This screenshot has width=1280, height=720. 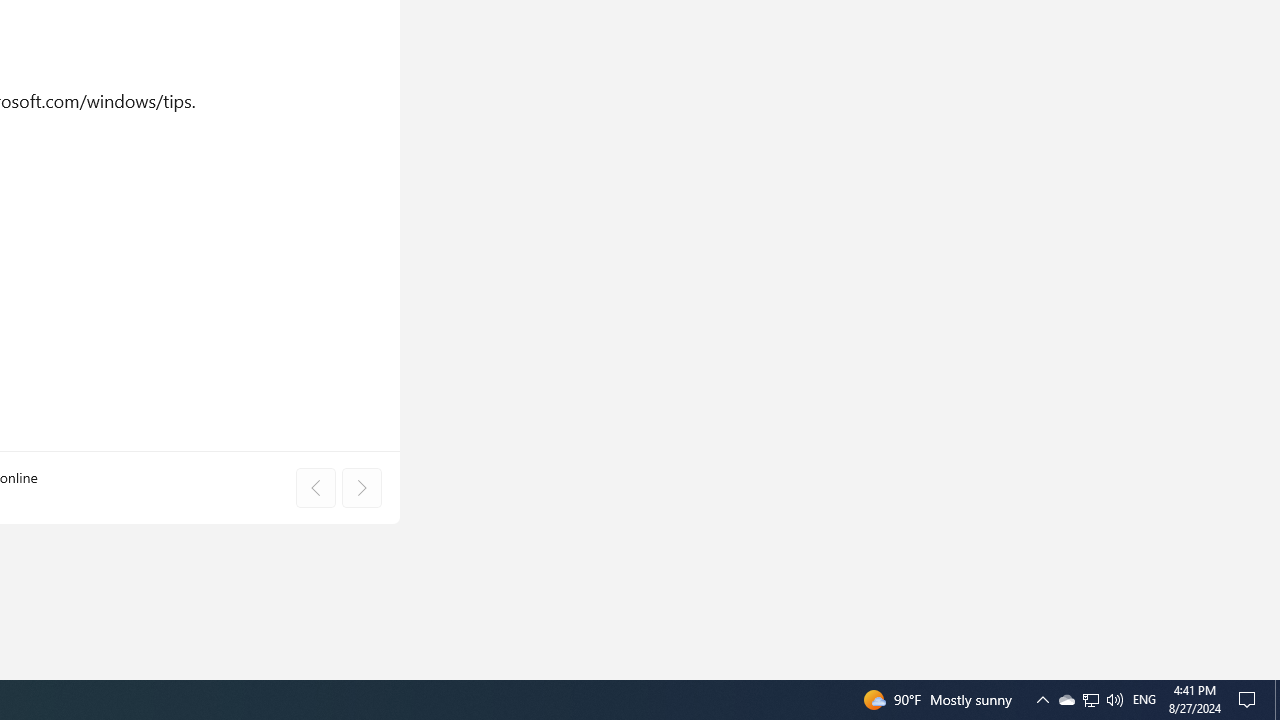 I want to click on 'Previous tip', so click(x=314, y=488).